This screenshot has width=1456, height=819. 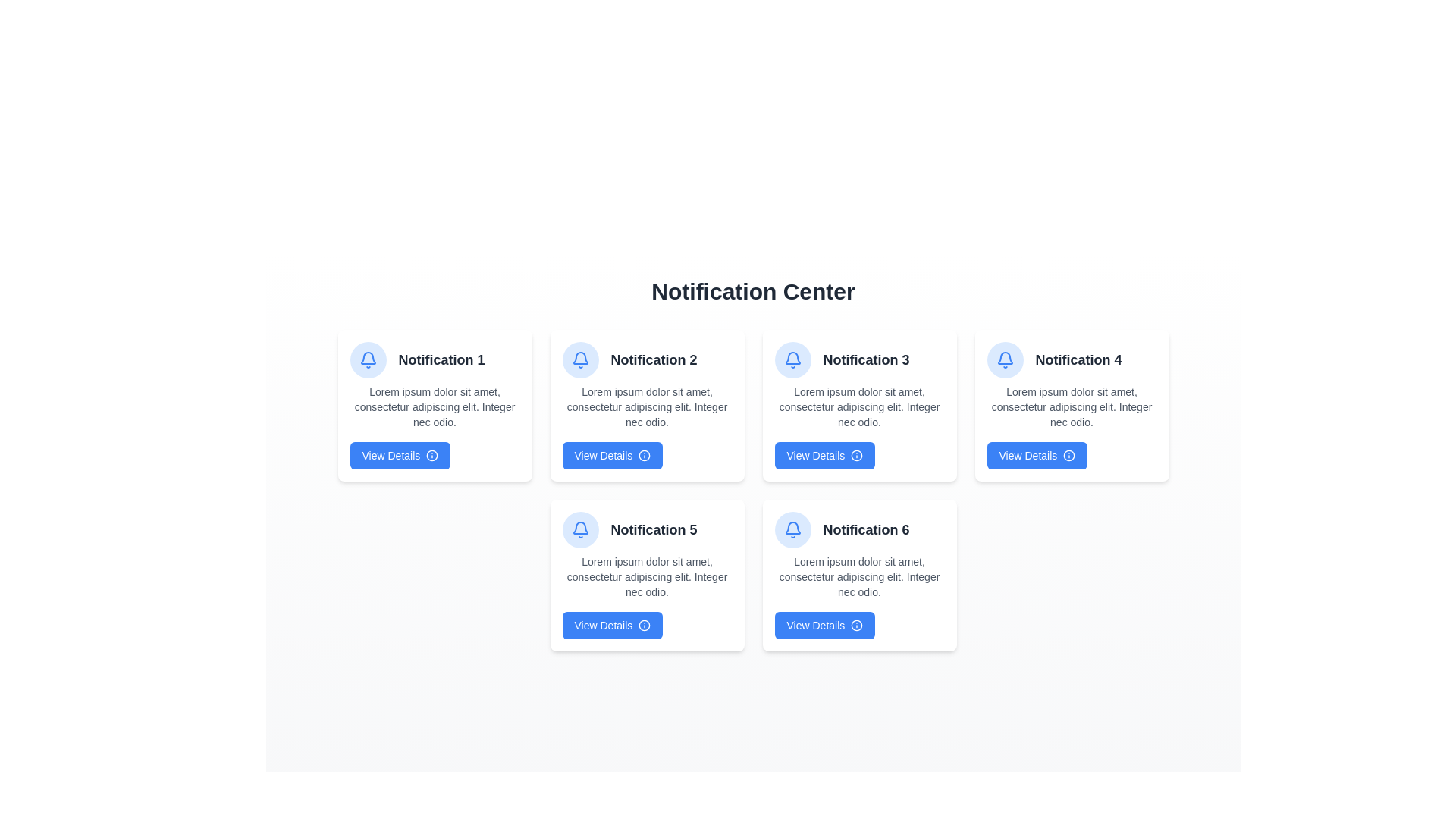 What do you see at coordinates (368, 359) in the screenshot?
I see `the circular notification icon with a light blue background and a central blue bell symbol, located at the top-left of the card labeled 'Notification 1'` at bounding box center [368, 359].